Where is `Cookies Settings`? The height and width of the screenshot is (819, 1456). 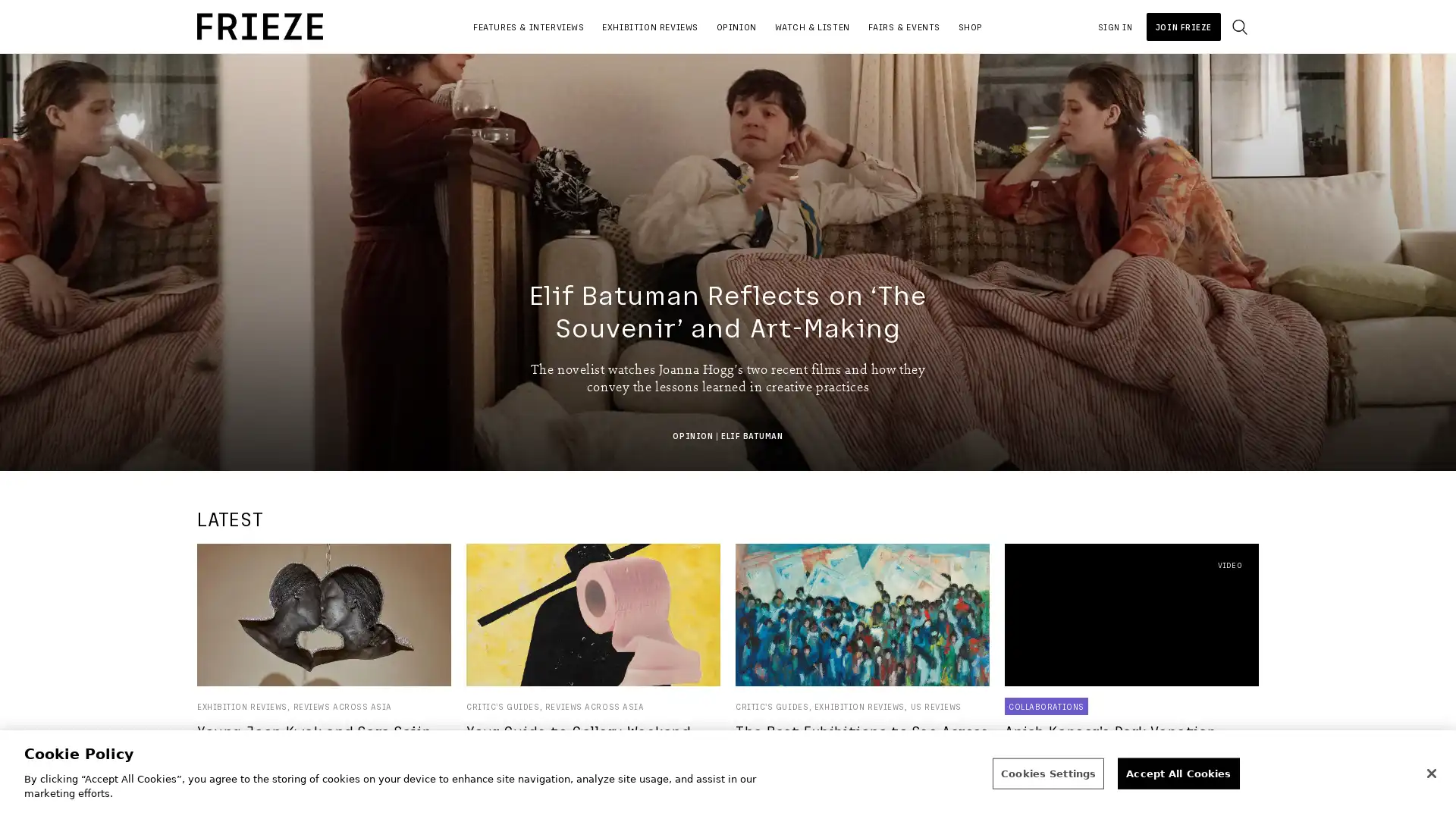 Cookies Settings is located at coordinates (1047, 773).